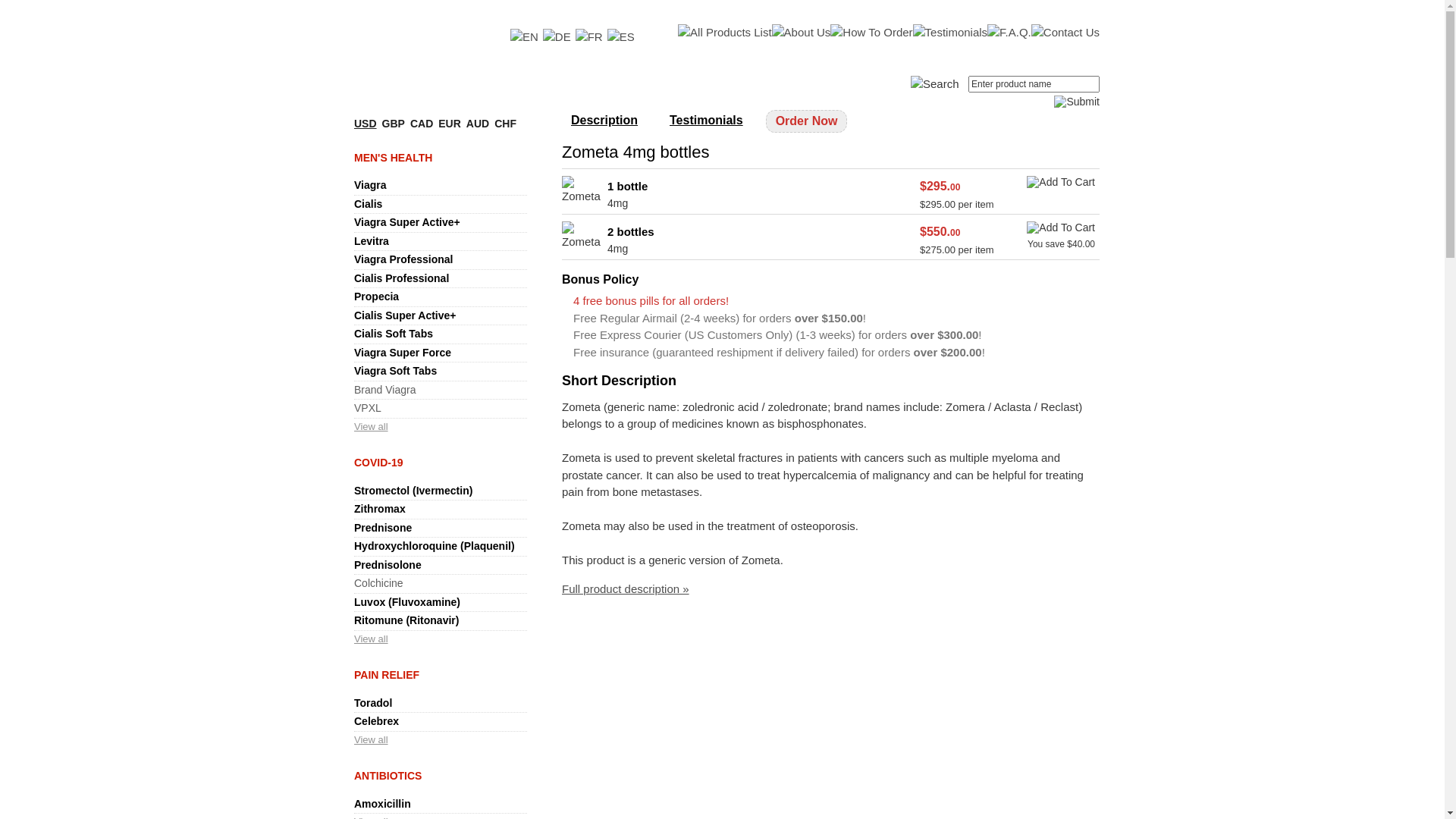 The height and width of the screenshot is (819, 1456). I want to click on 'GBP', so click(393, 122).